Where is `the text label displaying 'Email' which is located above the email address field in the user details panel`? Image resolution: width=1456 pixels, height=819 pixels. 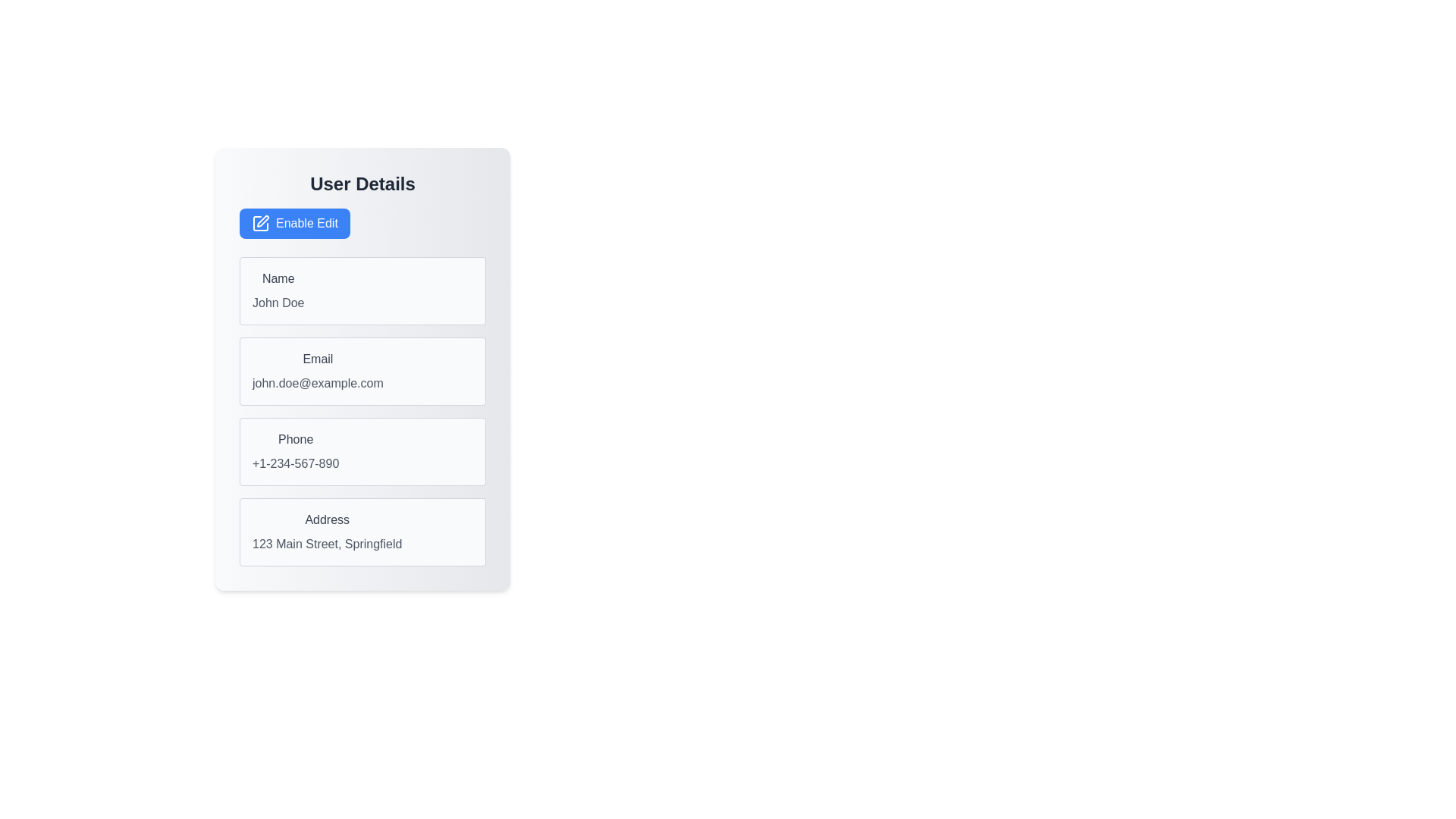
the text label displaying 'Email' which is located above the email address field in the user details panel is located at coordinates (317, 359).